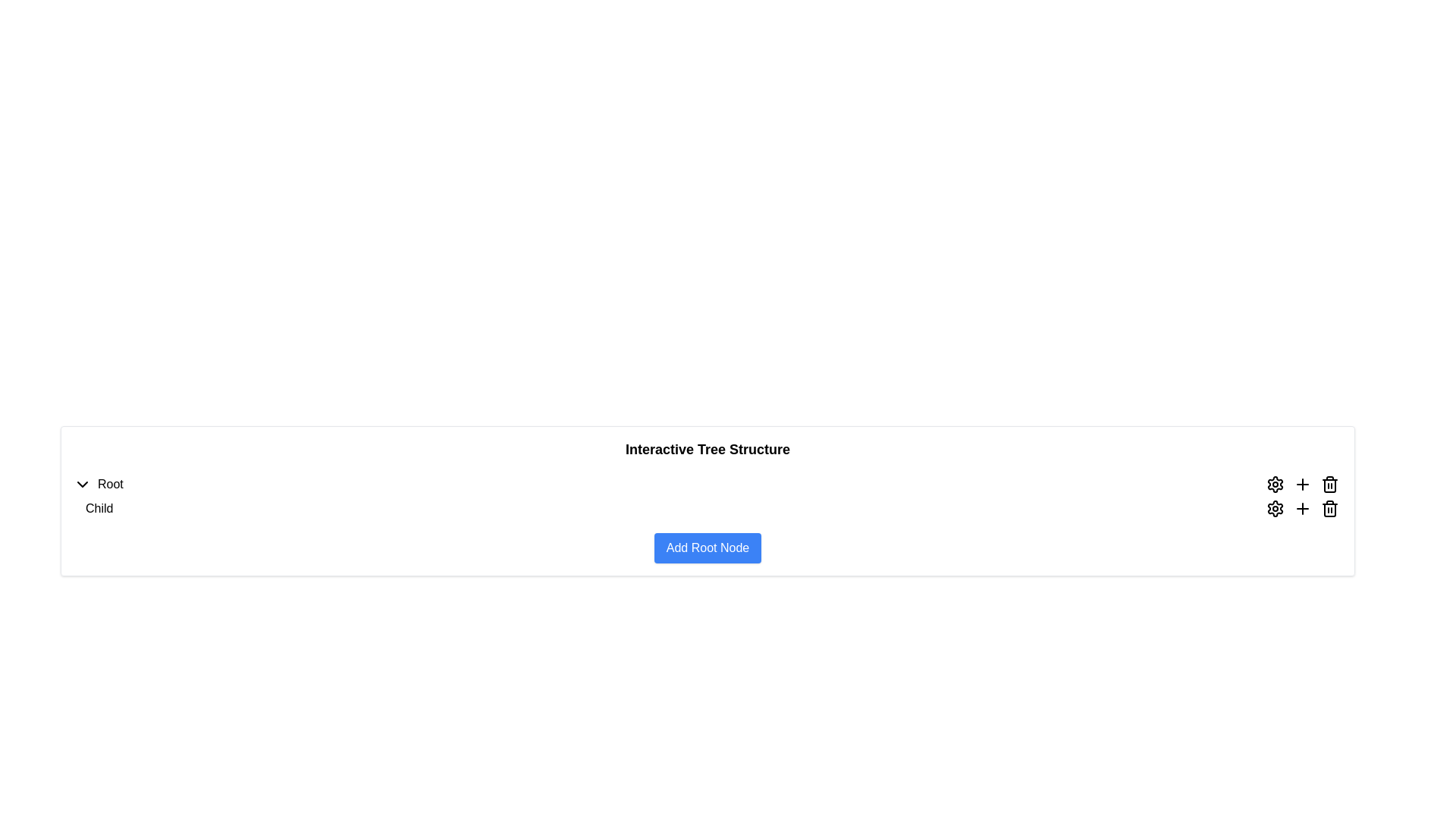 The image size is (1456, 819). What do you see at coordinates (1302, 509) in the screenshot?
I see `the interactive button for adding new items located in the top-right portion of the panel` at bounding box center [1302, 509].